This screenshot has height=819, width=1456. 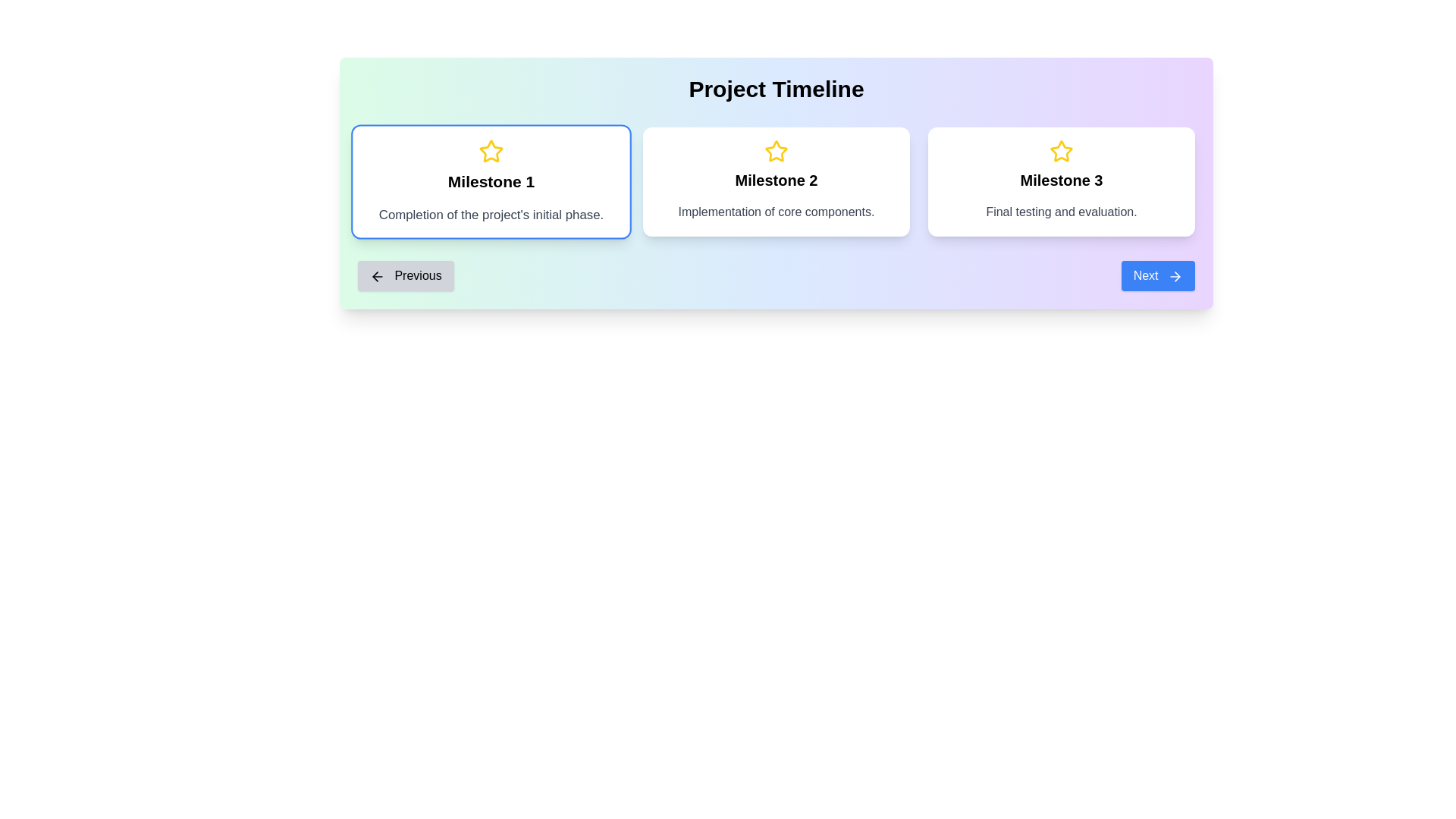 What do you see at coordinates (378, 275) in the screenshot?
I see `the backward navigation icon located to the left of the 'Previous' button label in the 'Milestone 1' card panel` at bounding box center [378, 275].